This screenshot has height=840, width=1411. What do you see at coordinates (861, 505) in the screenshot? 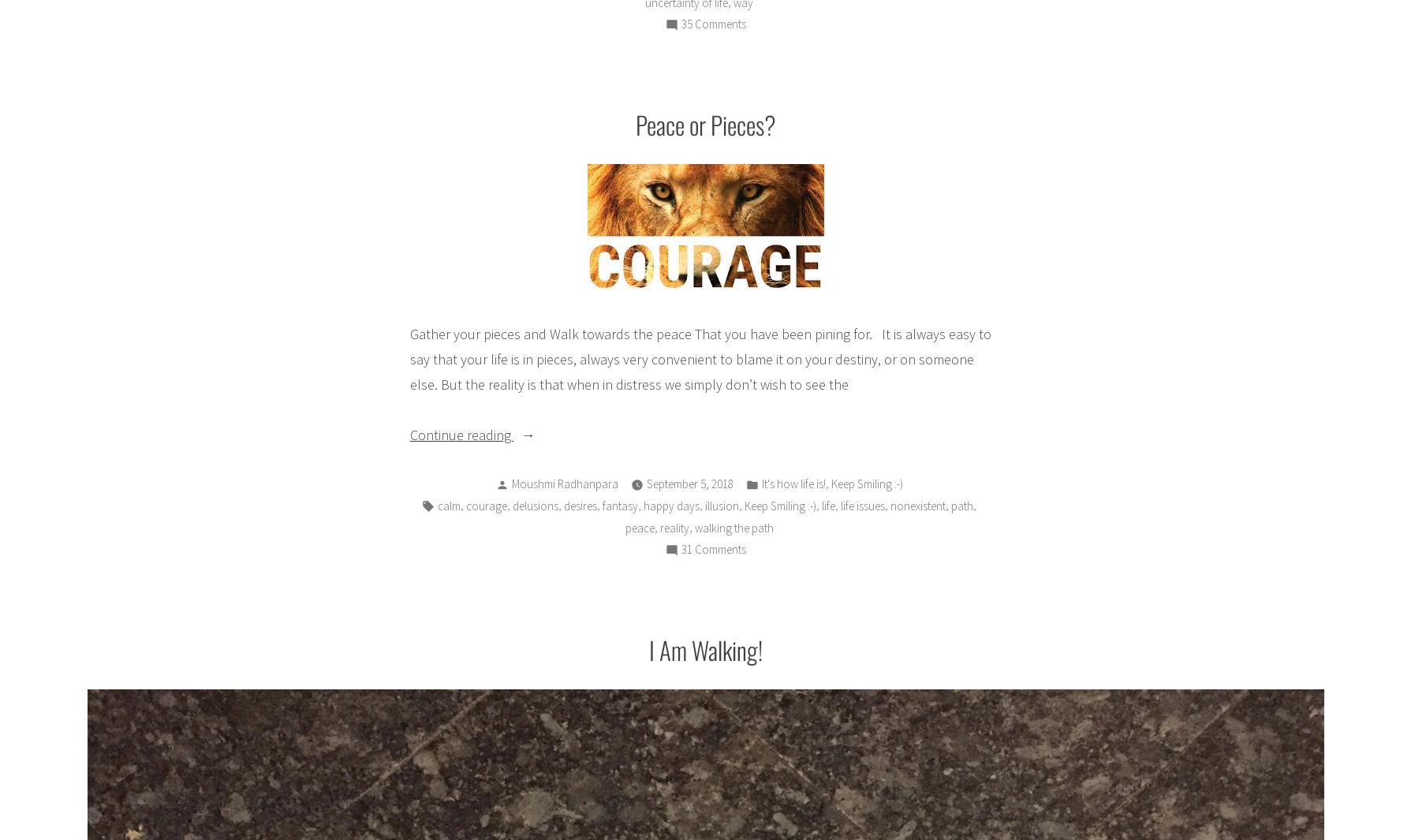
I see `'life issues'` at bounding box center [861, 505].